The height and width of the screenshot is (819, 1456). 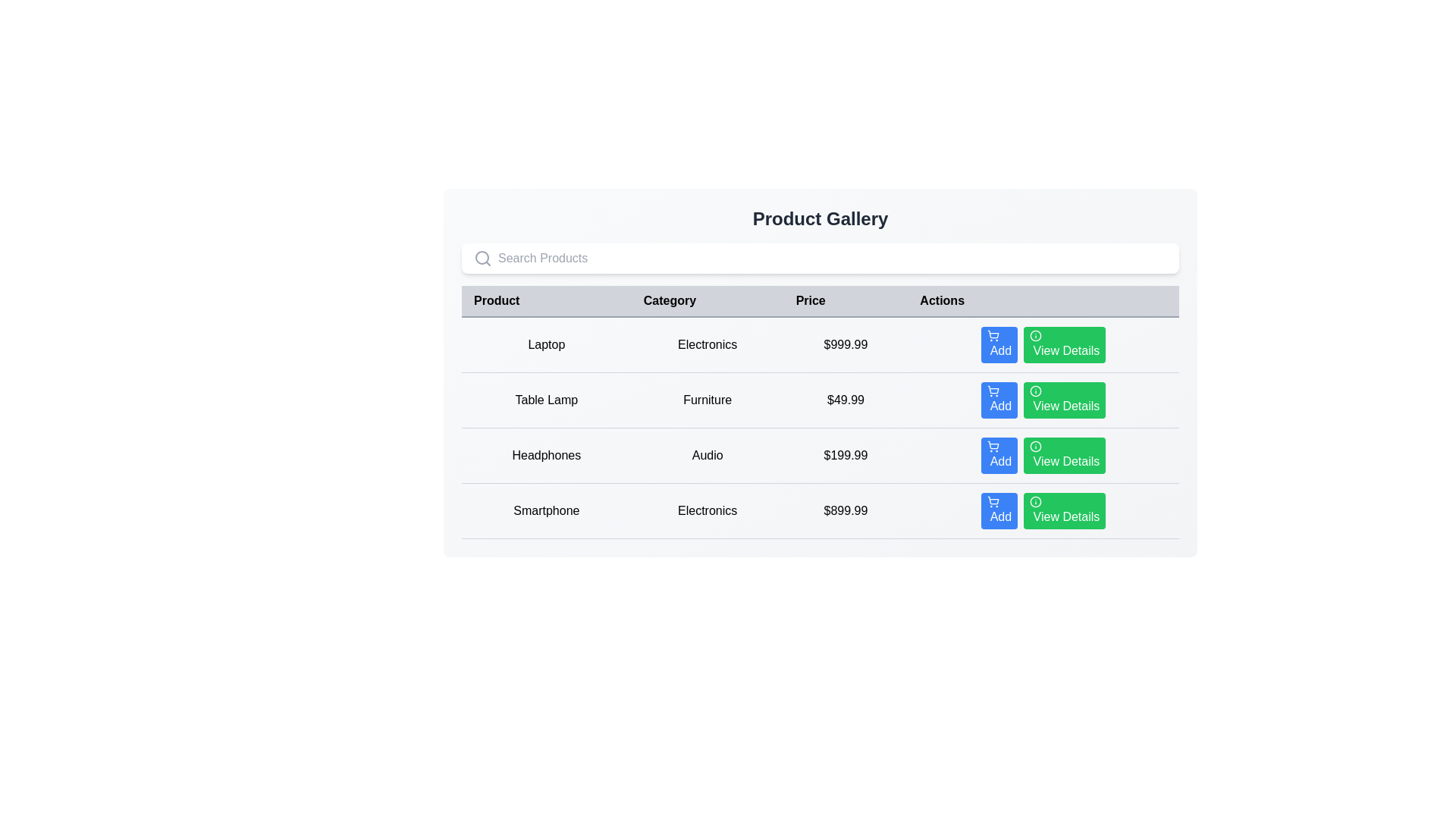 I want to click on the green rectangular button labeled 'View Details' with an 'i' info icon, located in the first row of the 'Actions' column, immediately to the right of the 'Add' button, so click(x=1064, y=345).